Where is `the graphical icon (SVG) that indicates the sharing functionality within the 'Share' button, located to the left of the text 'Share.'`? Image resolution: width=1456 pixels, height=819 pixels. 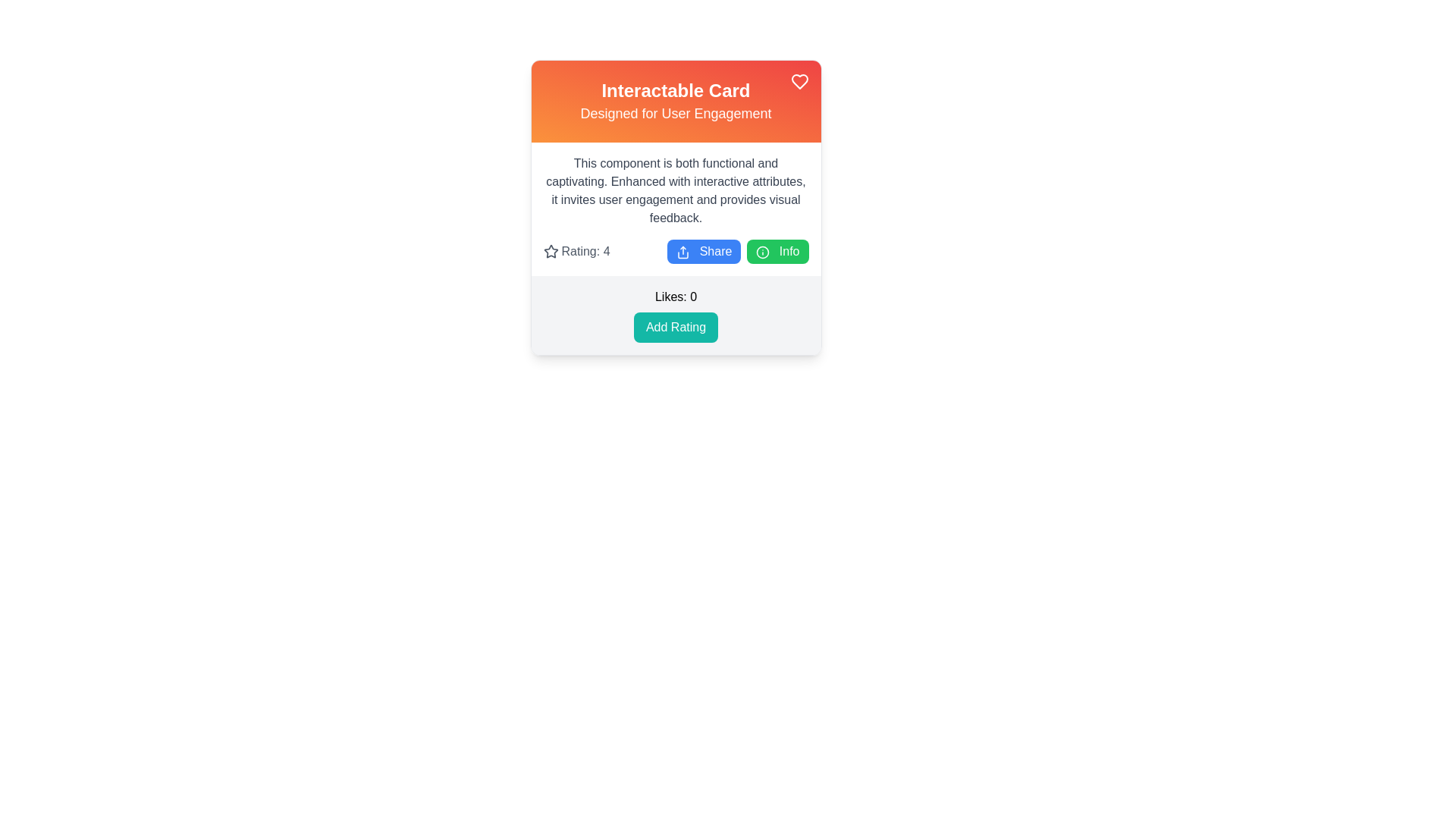 the graphical icon (SVG) that indicates the sharing functionality within the 'Share' button, located to the left of the text 'Share.' is located at coordinates (682, 251).